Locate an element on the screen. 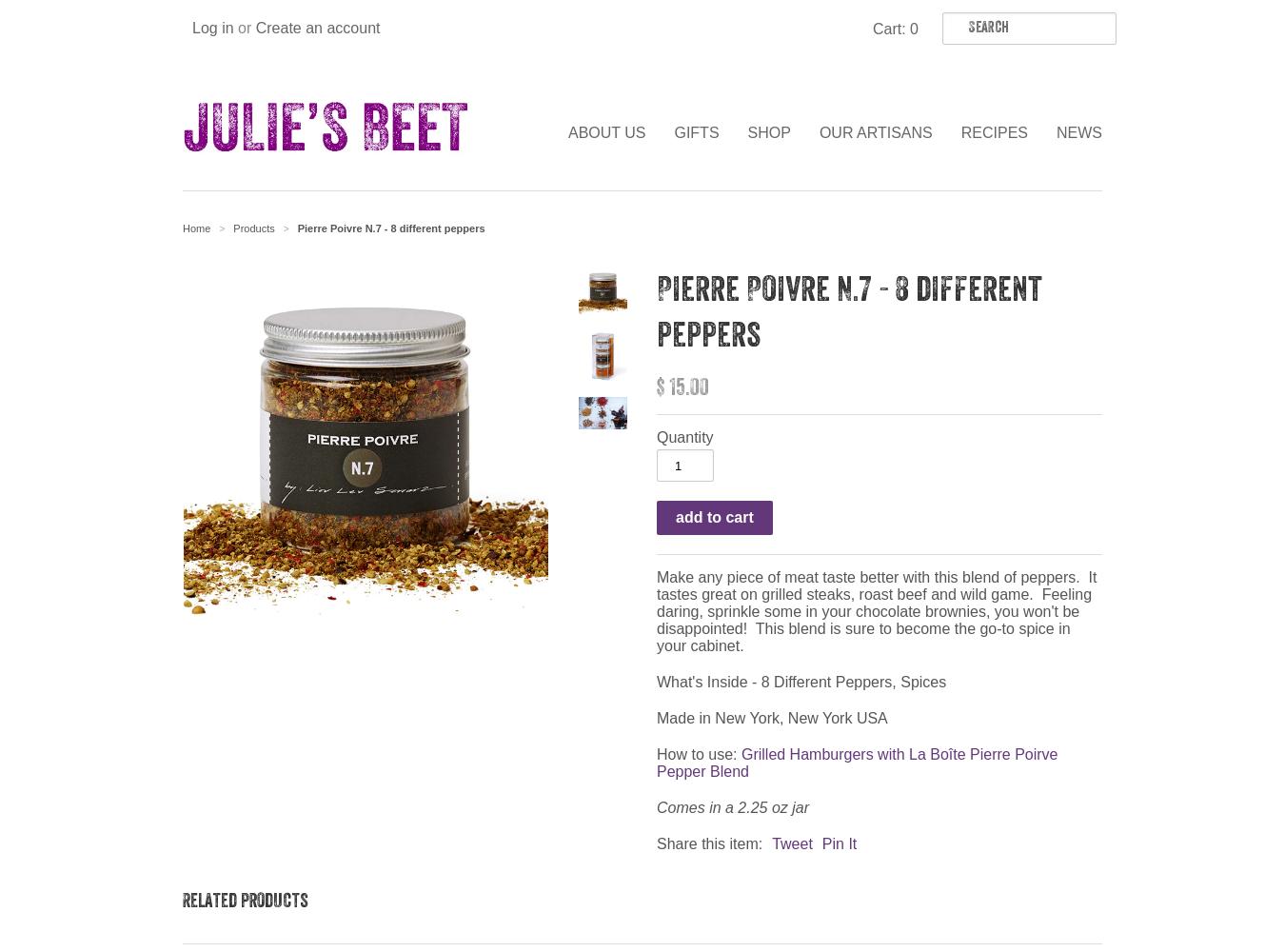  'Pin It' is located at coordinates (839, 843).